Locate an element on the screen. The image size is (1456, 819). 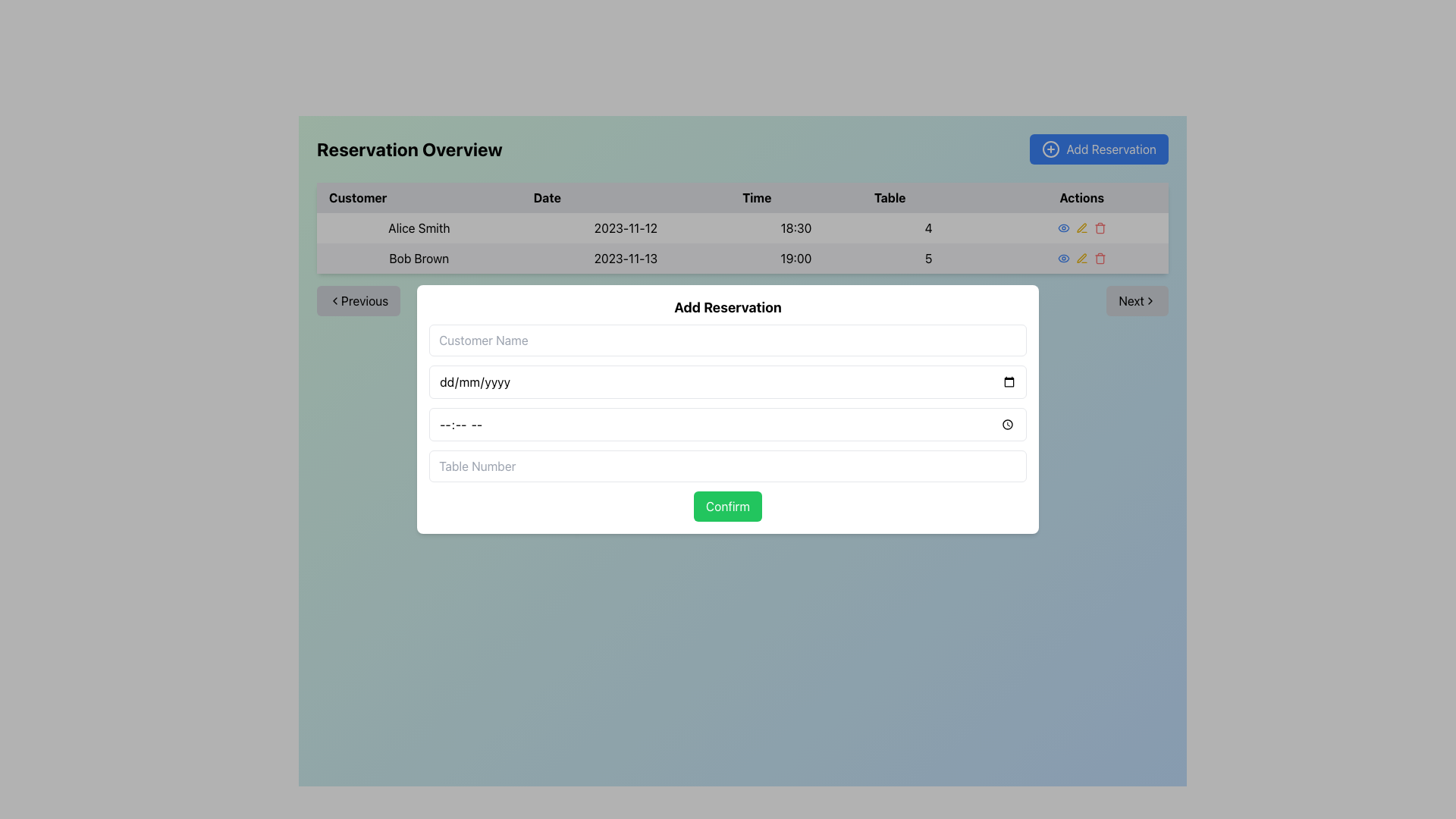
the 'Next' button, which has a gray background and a right-facing chevron icon is located at coordinates (1137, 301).